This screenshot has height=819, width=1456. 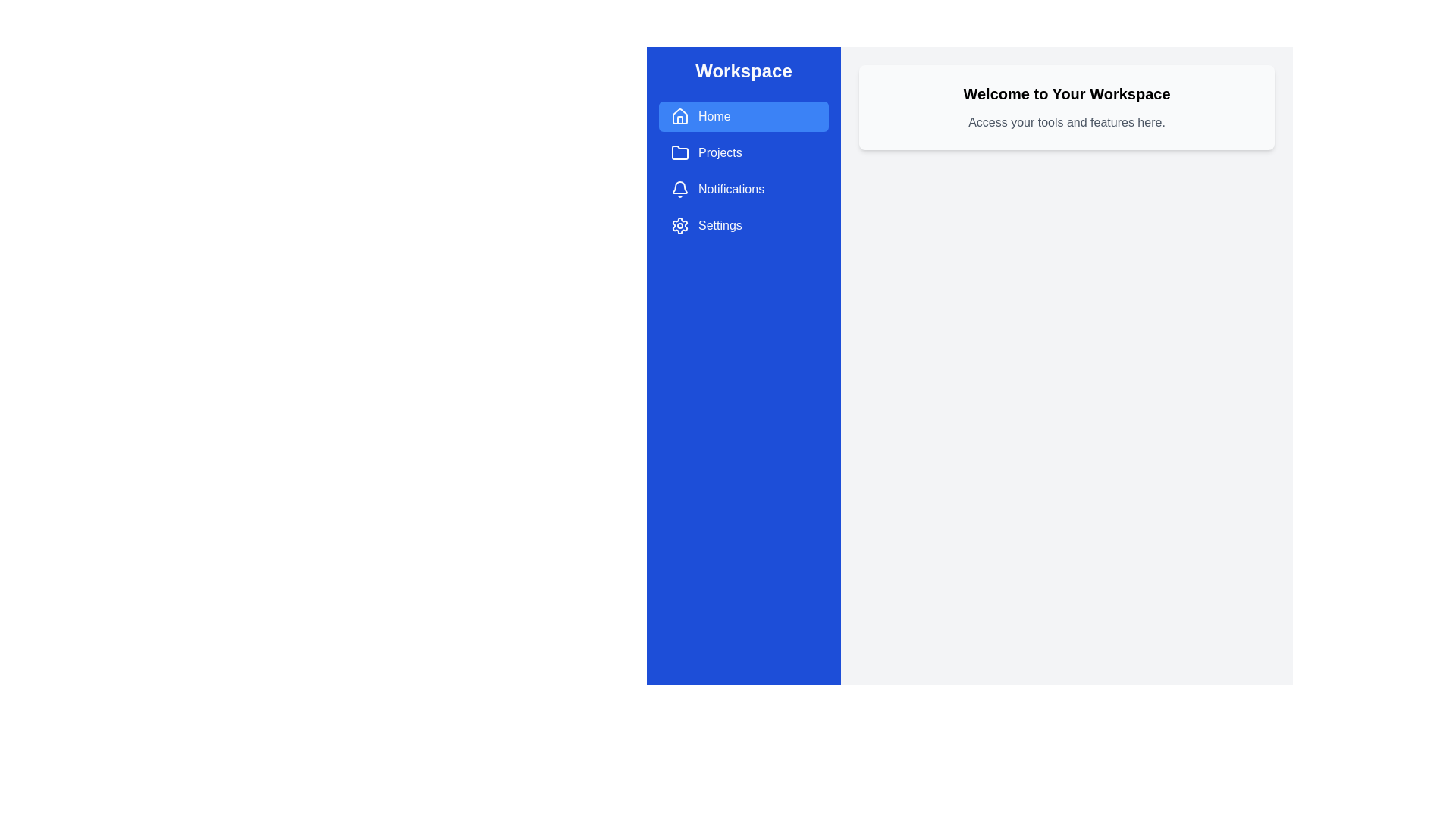 I want to click on welcome message displayed in the text block located in the upper part of the central content area, slightly right of the blue sidebar navigation menu, so click(x=1065, y=107).